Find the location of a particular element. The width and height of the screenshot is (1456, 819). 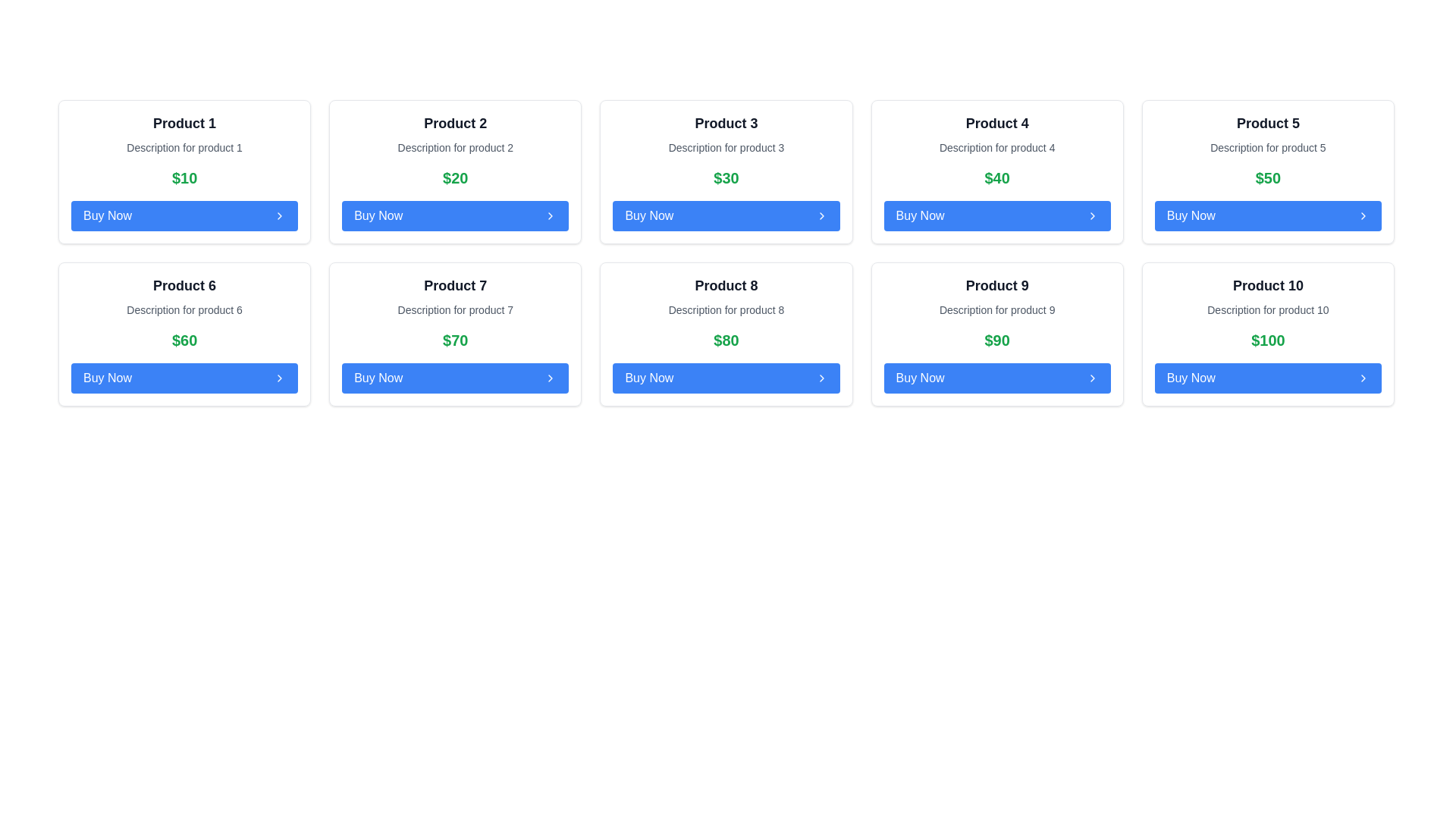

the blue rectangular 'Buy Now' button located in the card for 'Product 7', which is positioned in the fourth column of the second row, below the product price and description is located at coordinates (454, 377).